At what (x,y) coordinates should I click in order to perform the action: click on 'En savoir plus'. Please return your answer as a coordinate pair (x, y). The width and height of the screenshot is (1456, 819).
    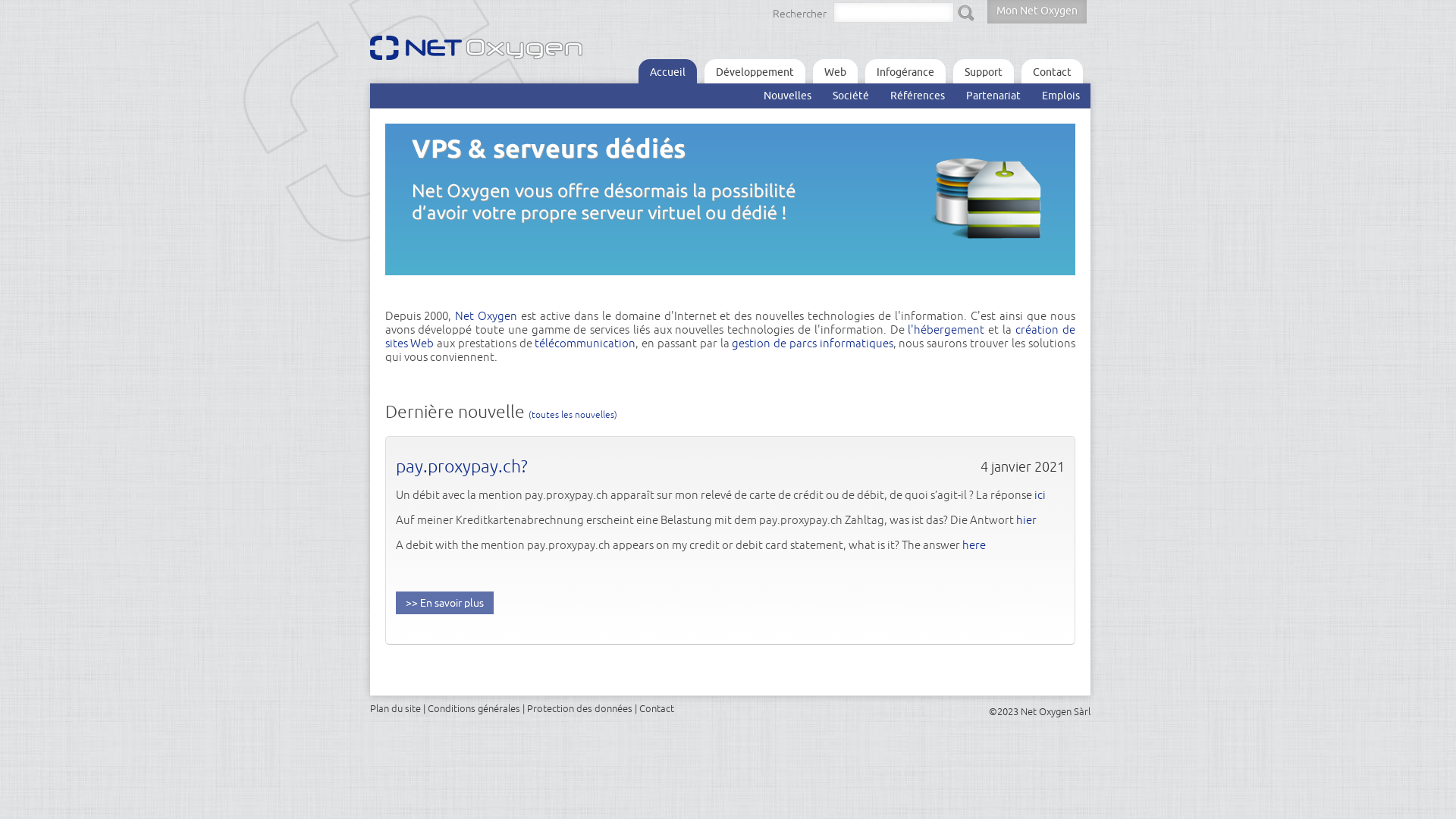
    Looking at the image, I should click on (444, 601).